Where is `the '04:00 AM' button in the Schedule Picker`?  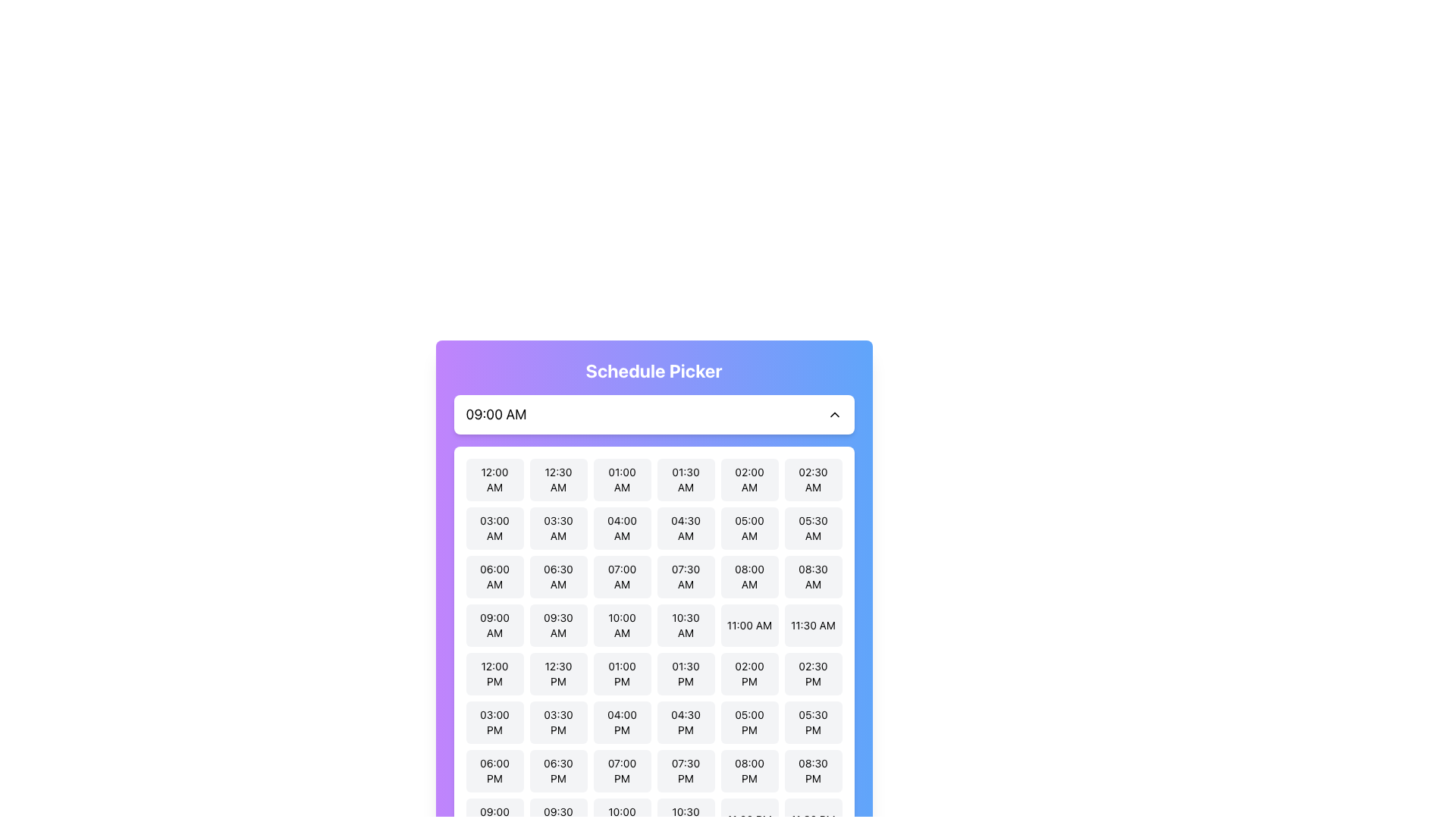 the '04:00 AM' button in the Schedule Picker is located at coordinates (622, 528).